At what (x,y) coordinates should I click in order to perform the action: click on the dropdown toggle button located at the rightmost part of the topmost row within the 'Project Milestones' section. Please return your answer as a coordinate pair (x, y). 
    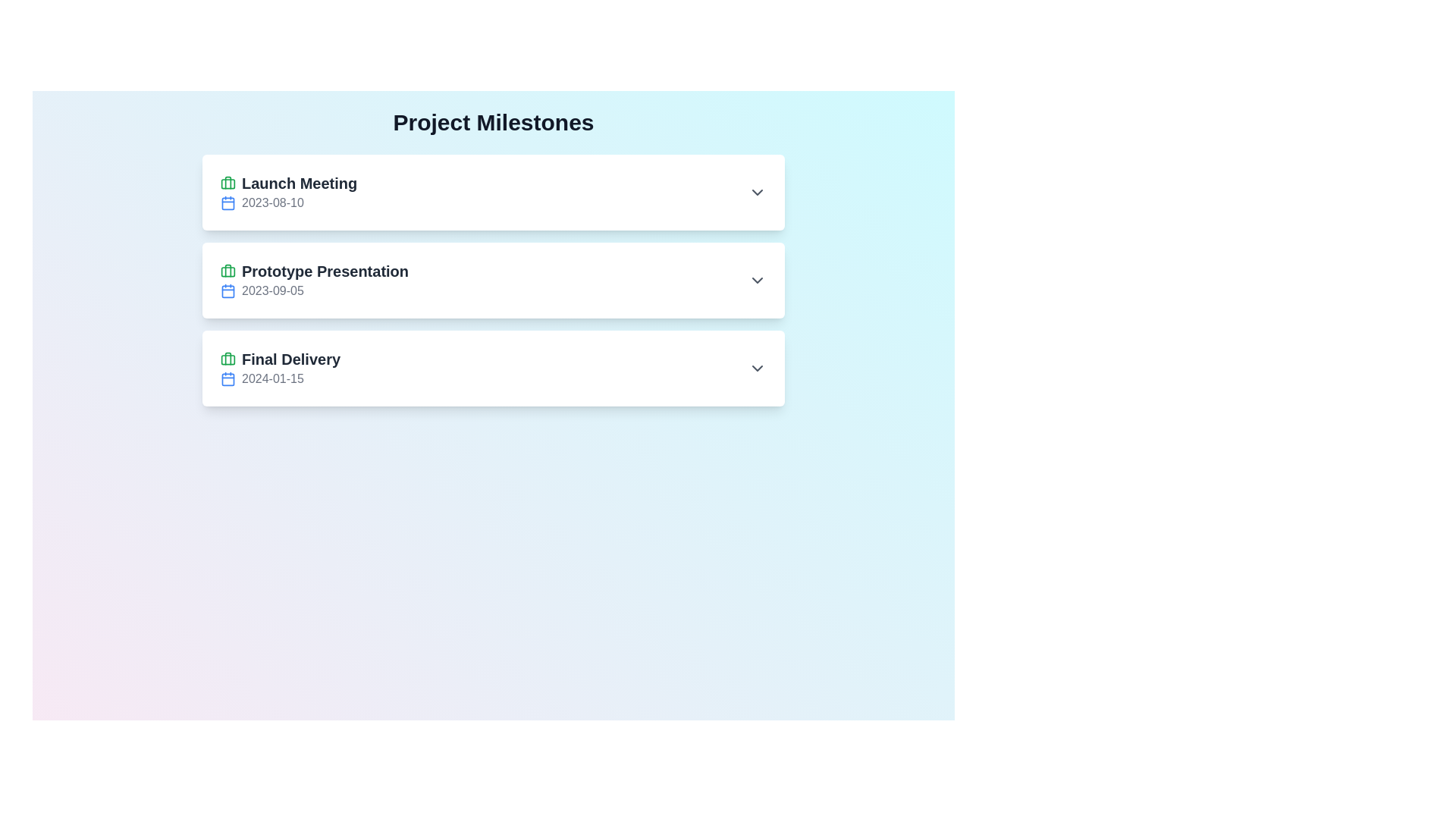
    Looking at the image, I should click on (757, 192).